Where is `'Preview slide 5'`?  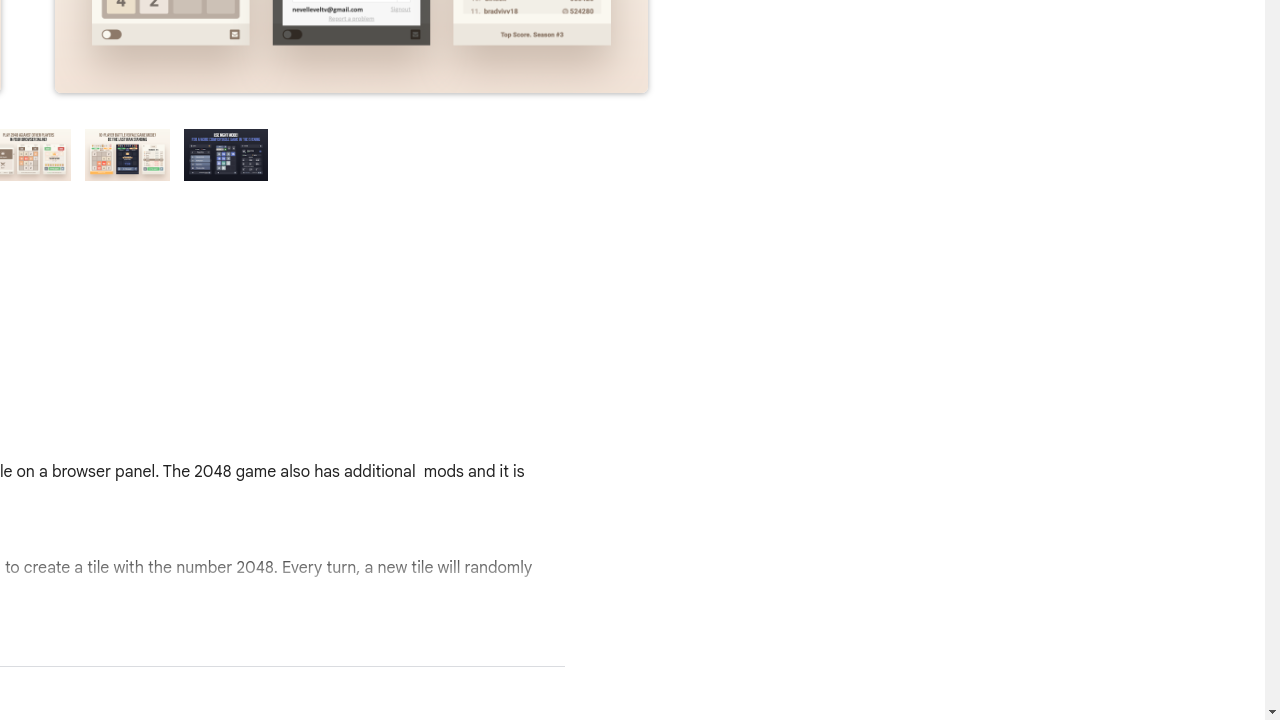 'Preview slide 5' is located at coordinates (226, 154).